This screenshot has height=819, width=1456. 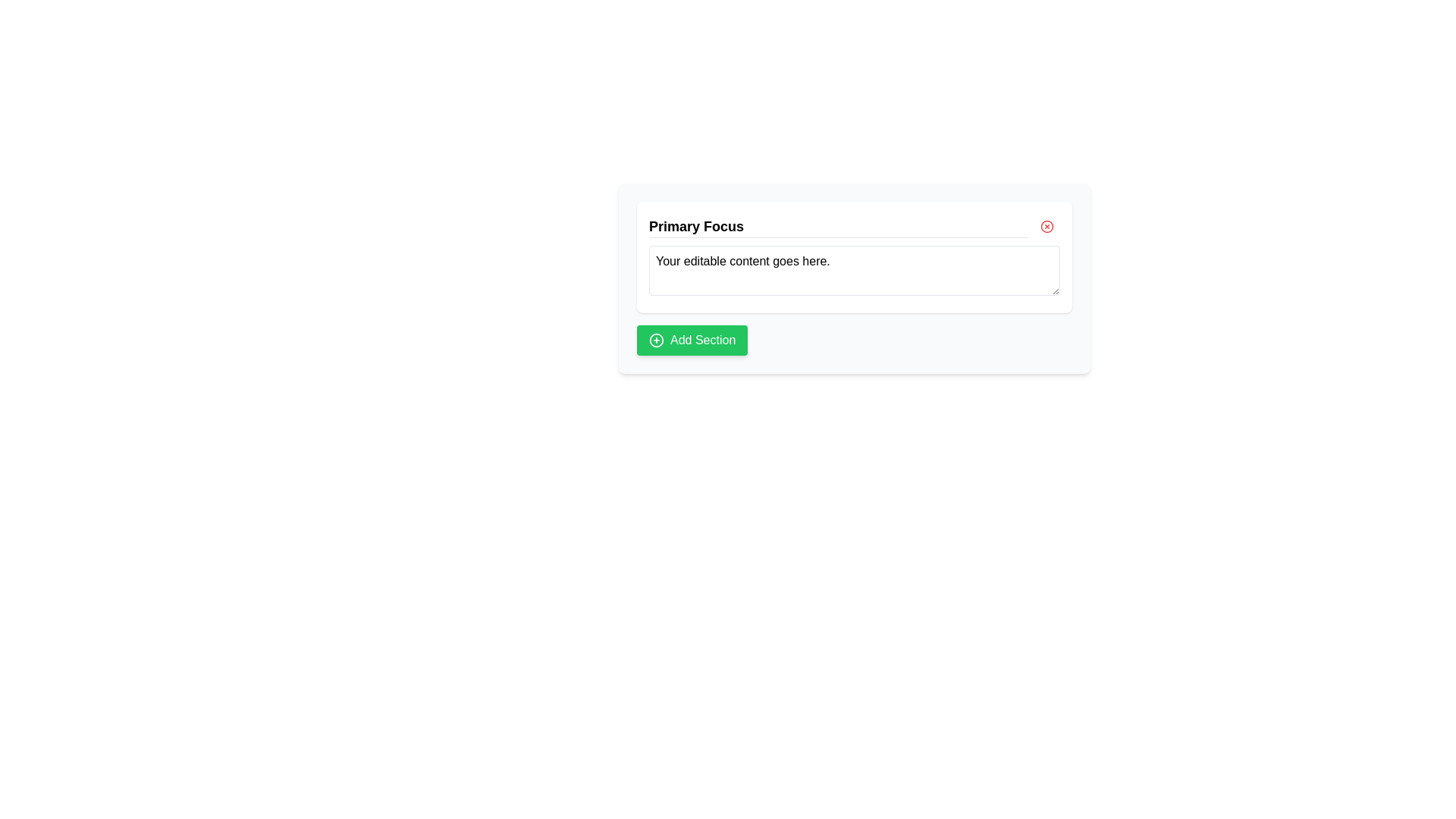 What do you see at coordinates (855, 256) in the screenshot?
I see `the title 'Primary Focus' of the composite UI component for accessibility or navigation support` at bounding box center [855, 256].